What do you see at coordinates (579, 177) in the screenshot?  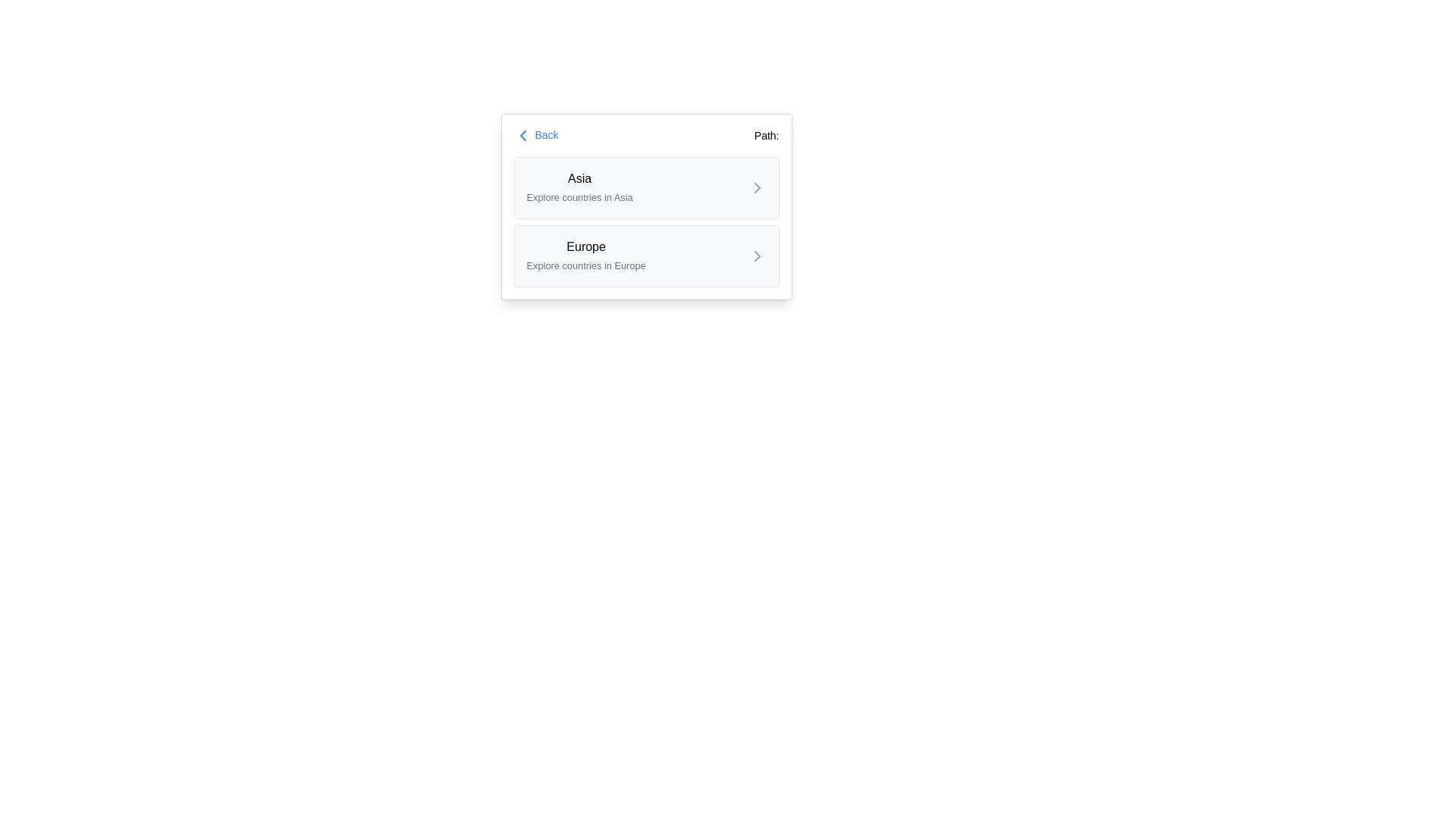 I see `the text label 'Asia', which serves as a heading for the content about Asian countries, located at the top of the content card` at bounding box center [579, 177].